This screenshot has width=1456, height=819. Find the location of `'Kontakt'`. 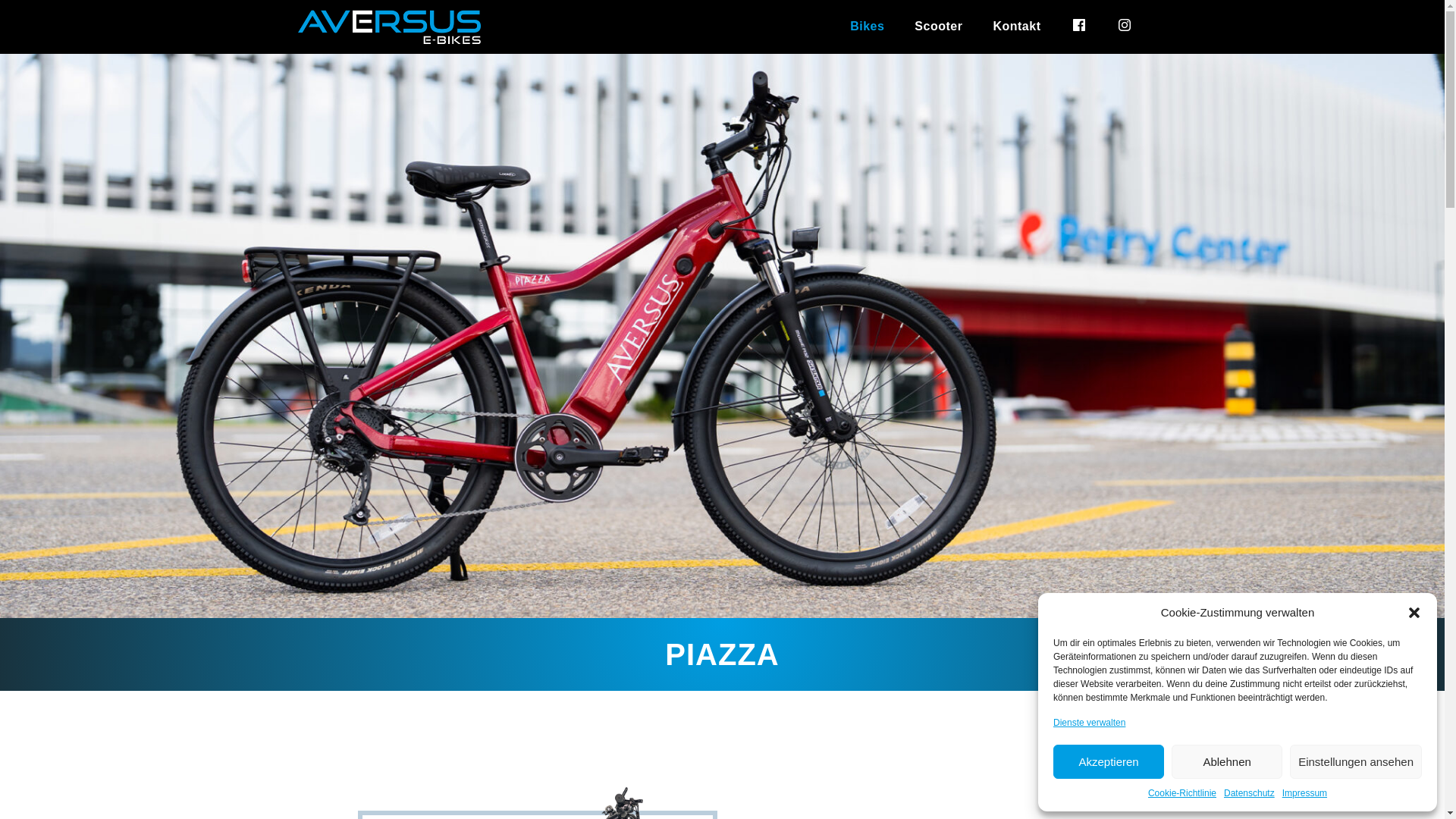

'Kontakt' is located at coordinates (1016, 26).